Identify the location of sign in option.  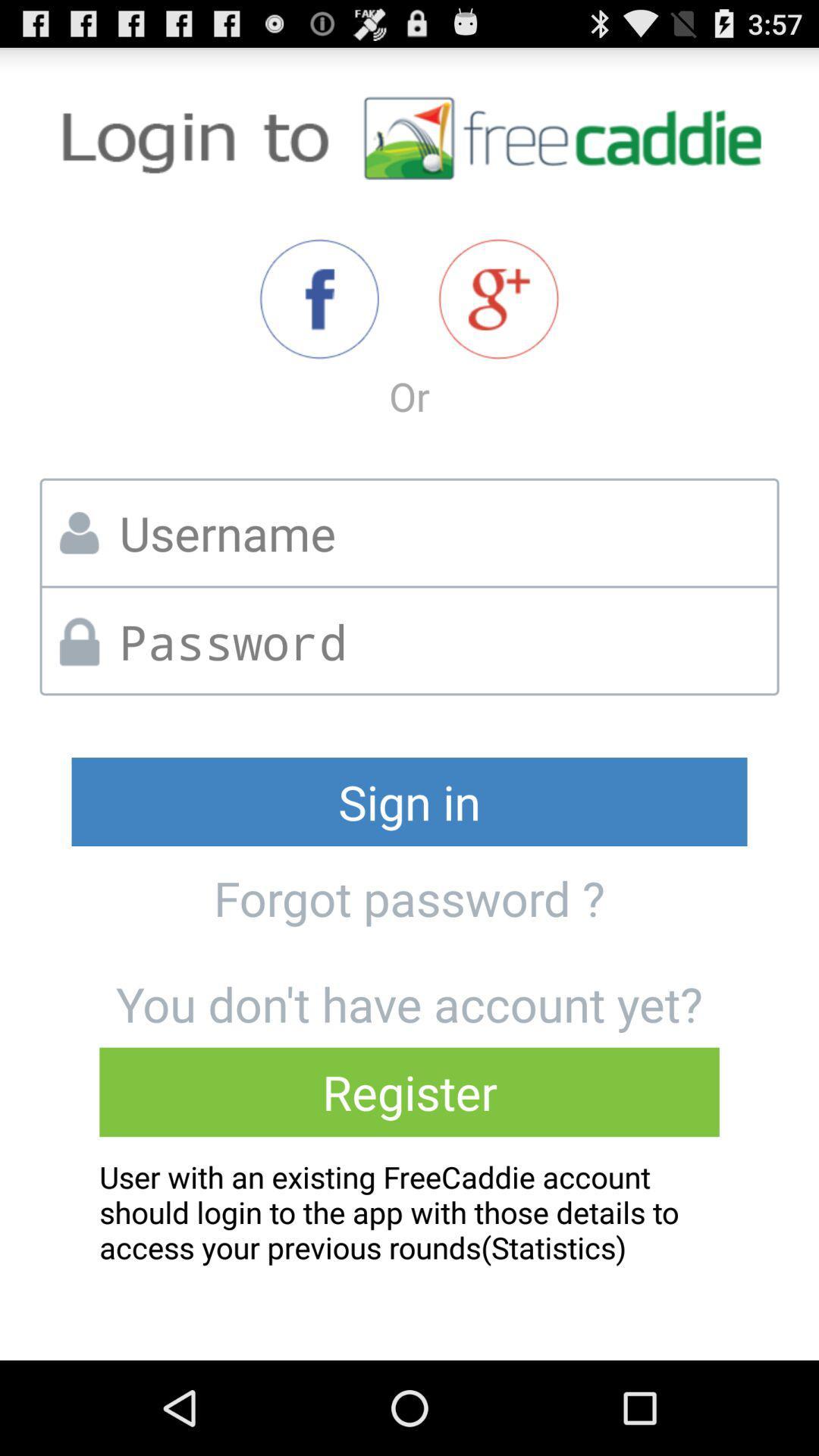
(498, 299).